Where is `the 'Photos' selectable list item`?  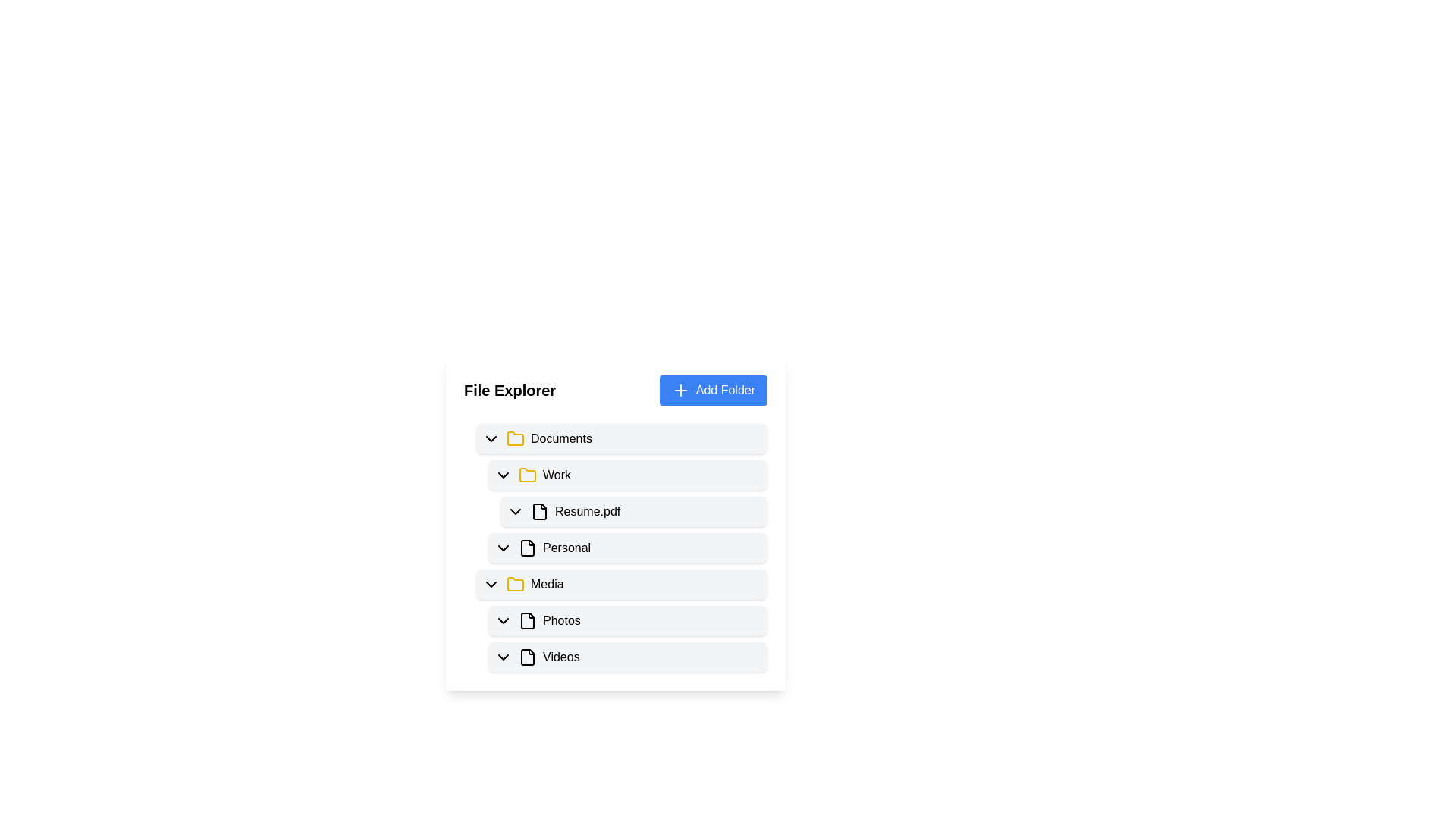
the 'Photos' selectable list item is located at coordinates (628, 620).